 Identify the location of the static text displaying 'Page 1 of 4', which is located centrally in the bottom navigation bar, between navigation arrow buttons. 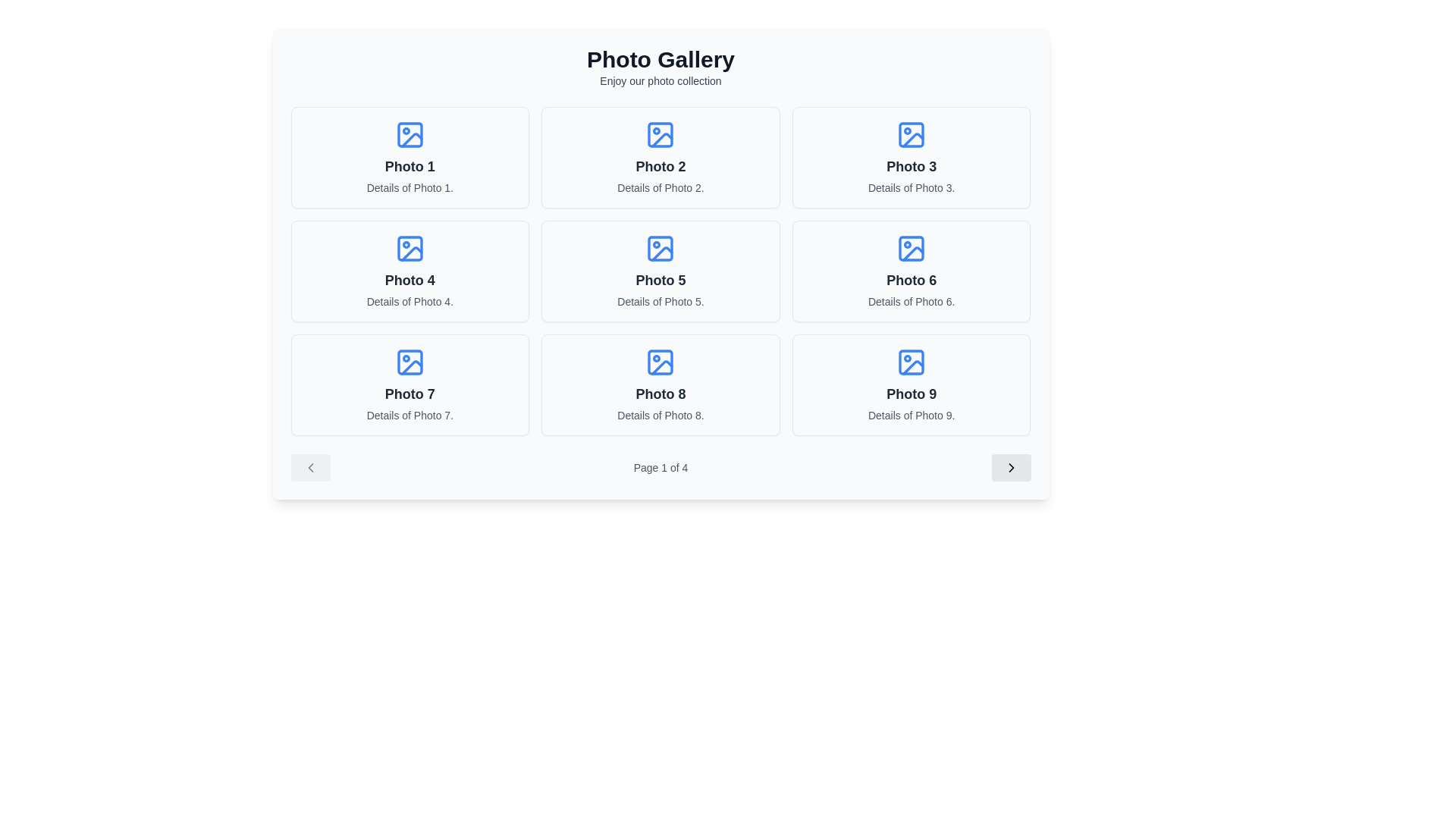
(661, 467).